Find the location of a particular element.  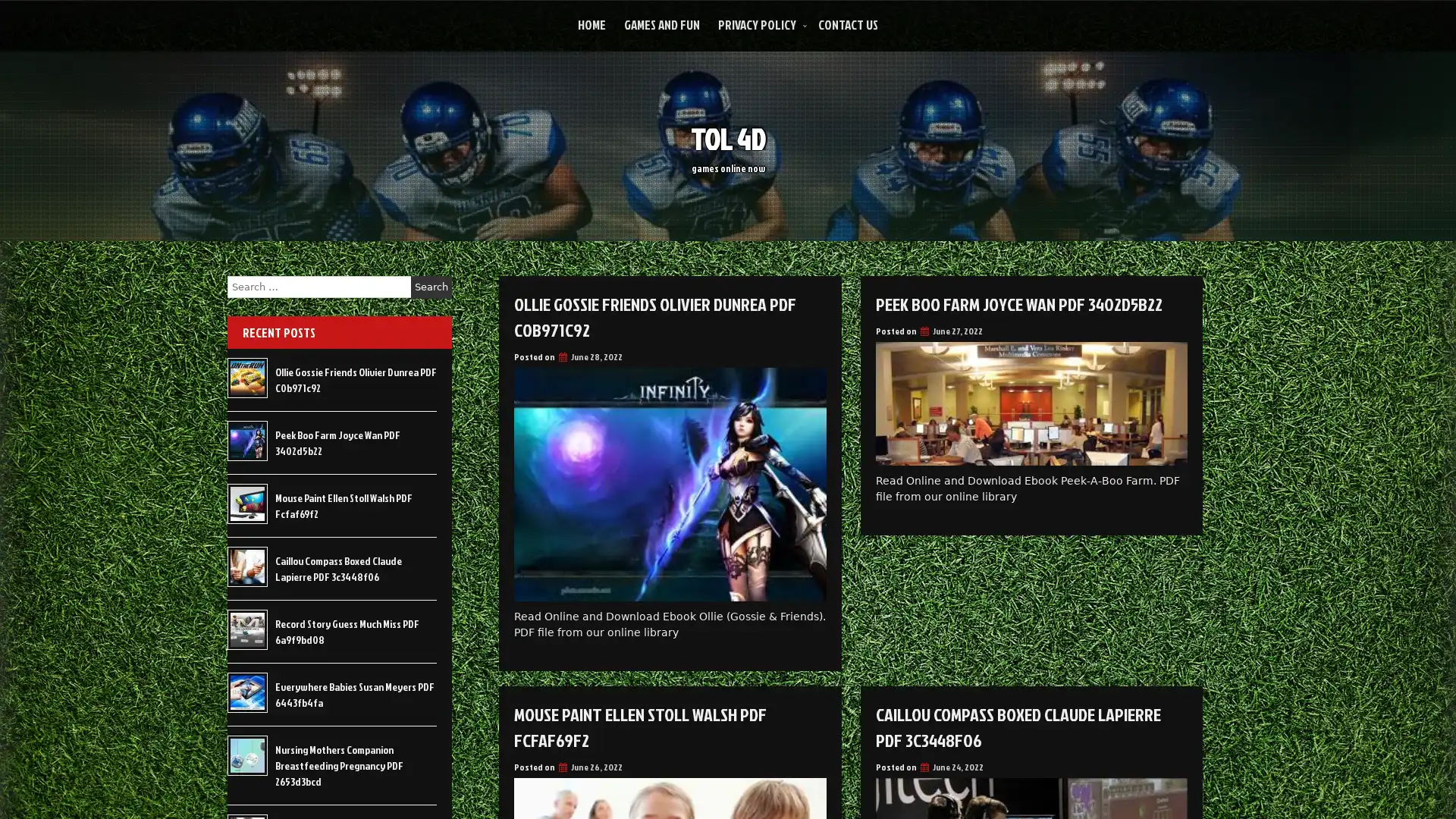

Search is located at coordinates (431, 287).